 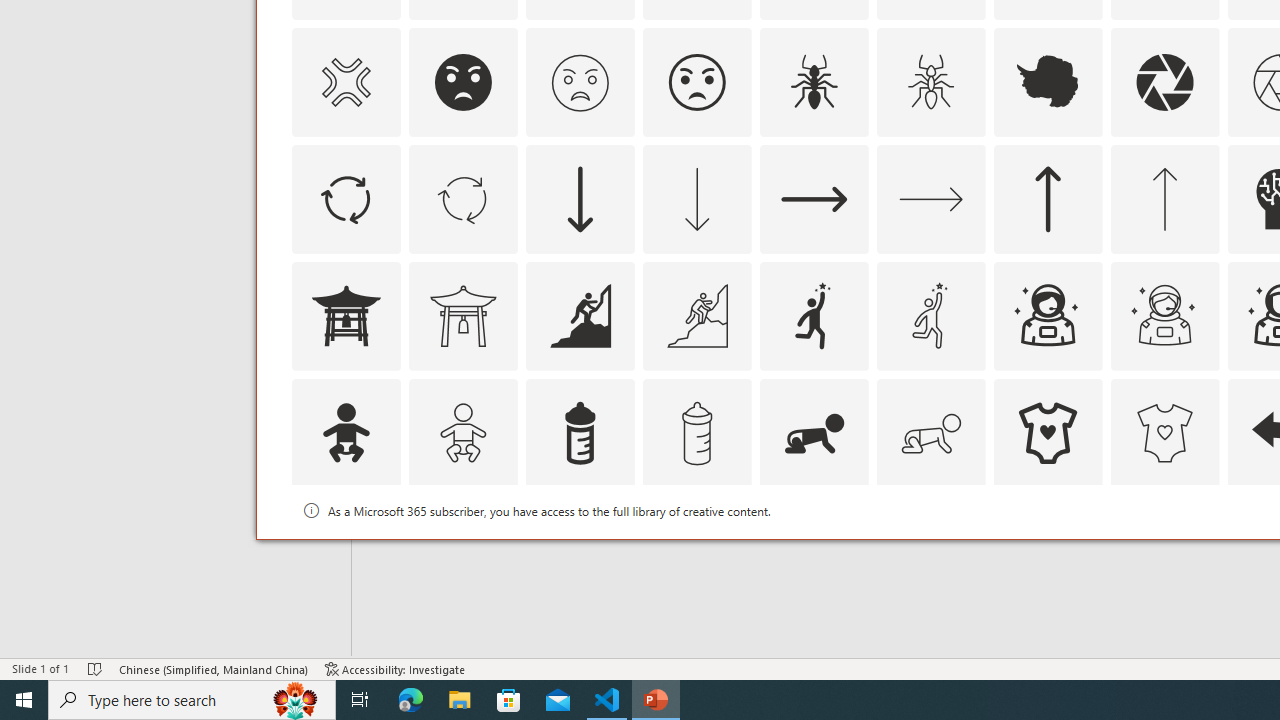 I want to click on 'AutomationID: Icons_AsianTemple1_M', so click(x=462, y=315).